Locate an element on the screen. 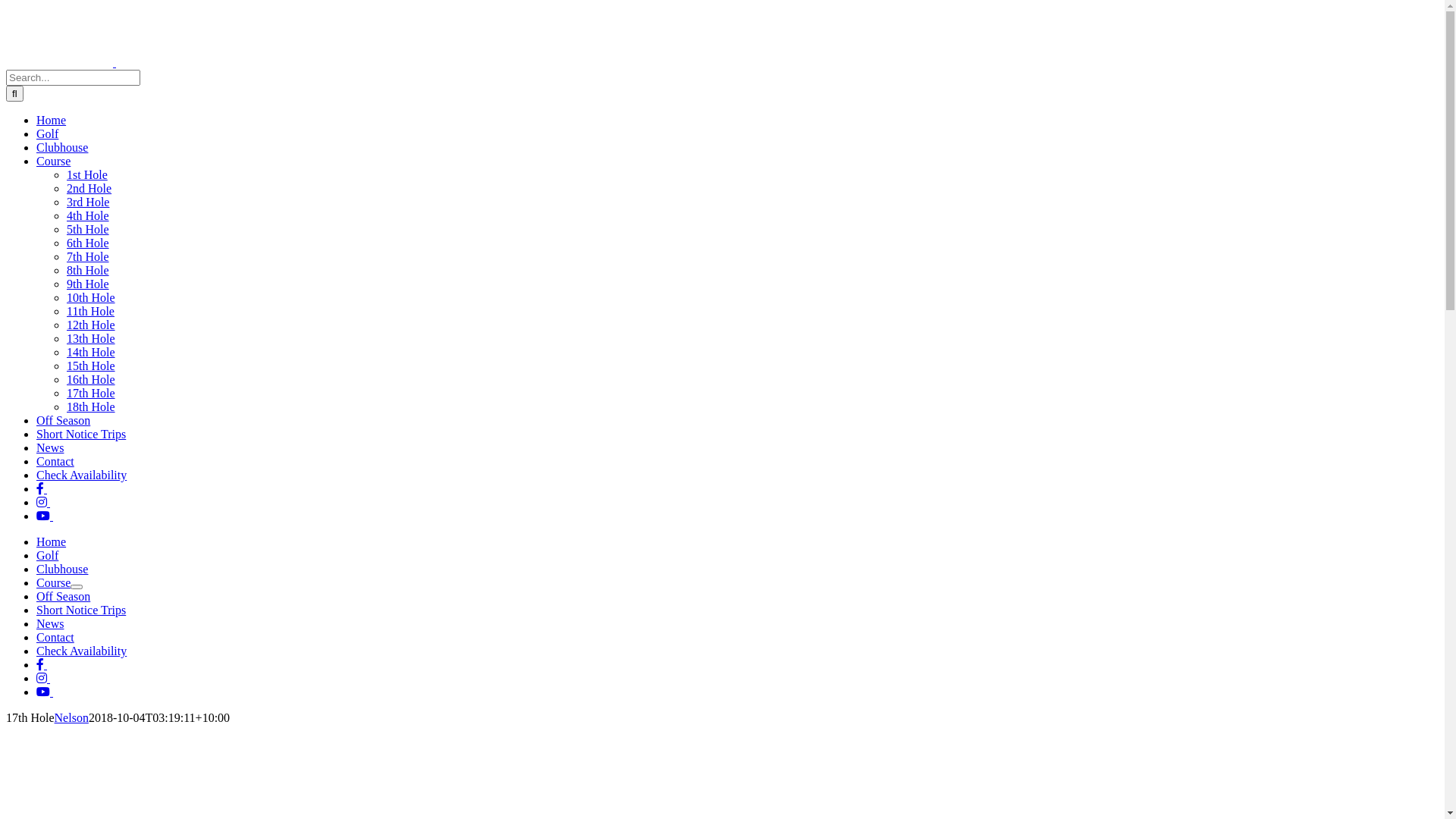 Image resolution: width=1456 pixels, height=819 pixels. '6th Hole' is located at coordinates (86, 242).